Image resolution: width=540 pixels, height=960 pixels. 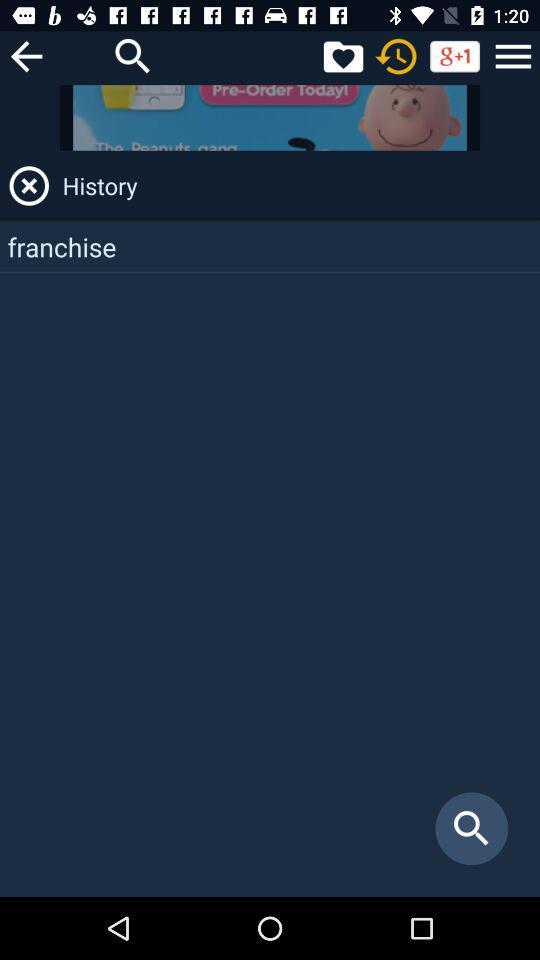 I want to click on exit history, so click(x=28, y=185).